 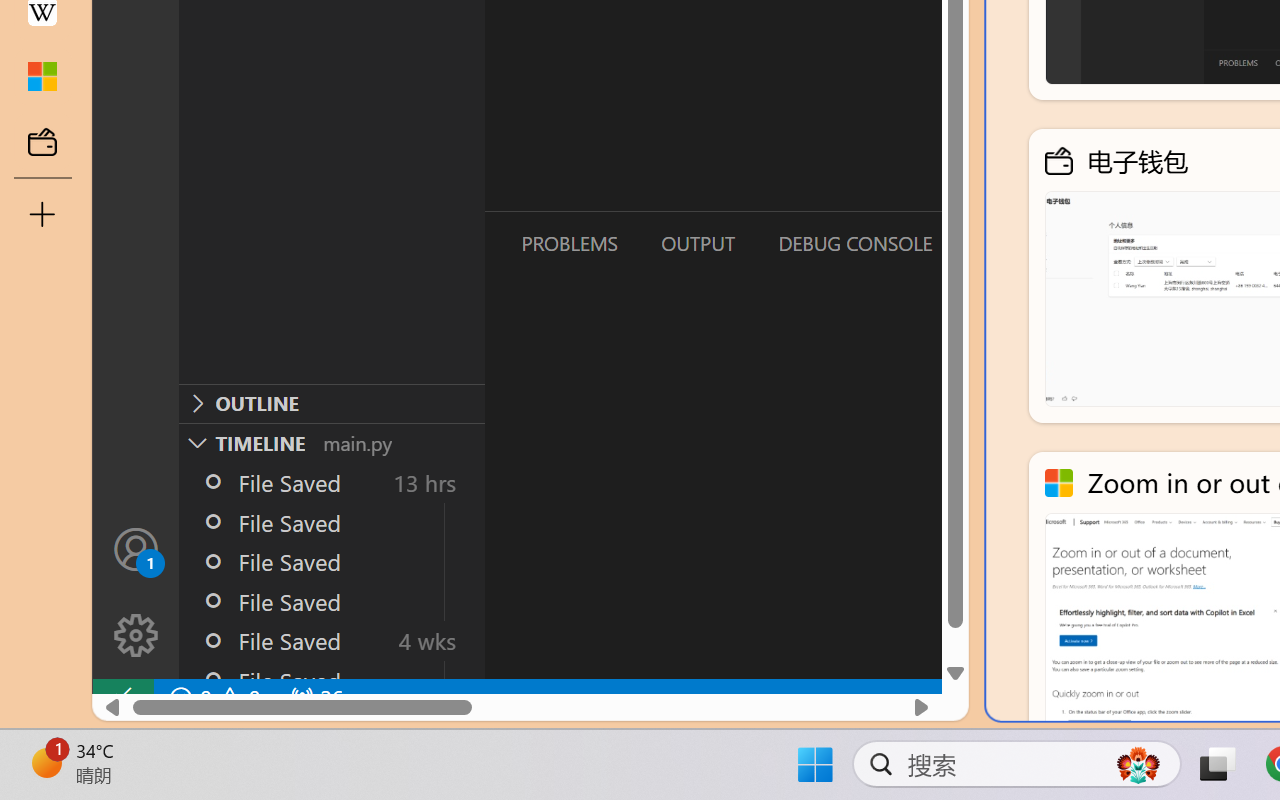 What do you see at coordinates (134, 548) in the screenshot?
I see `'Accounts - Sign in requested'` at bounding box center [134, 548].